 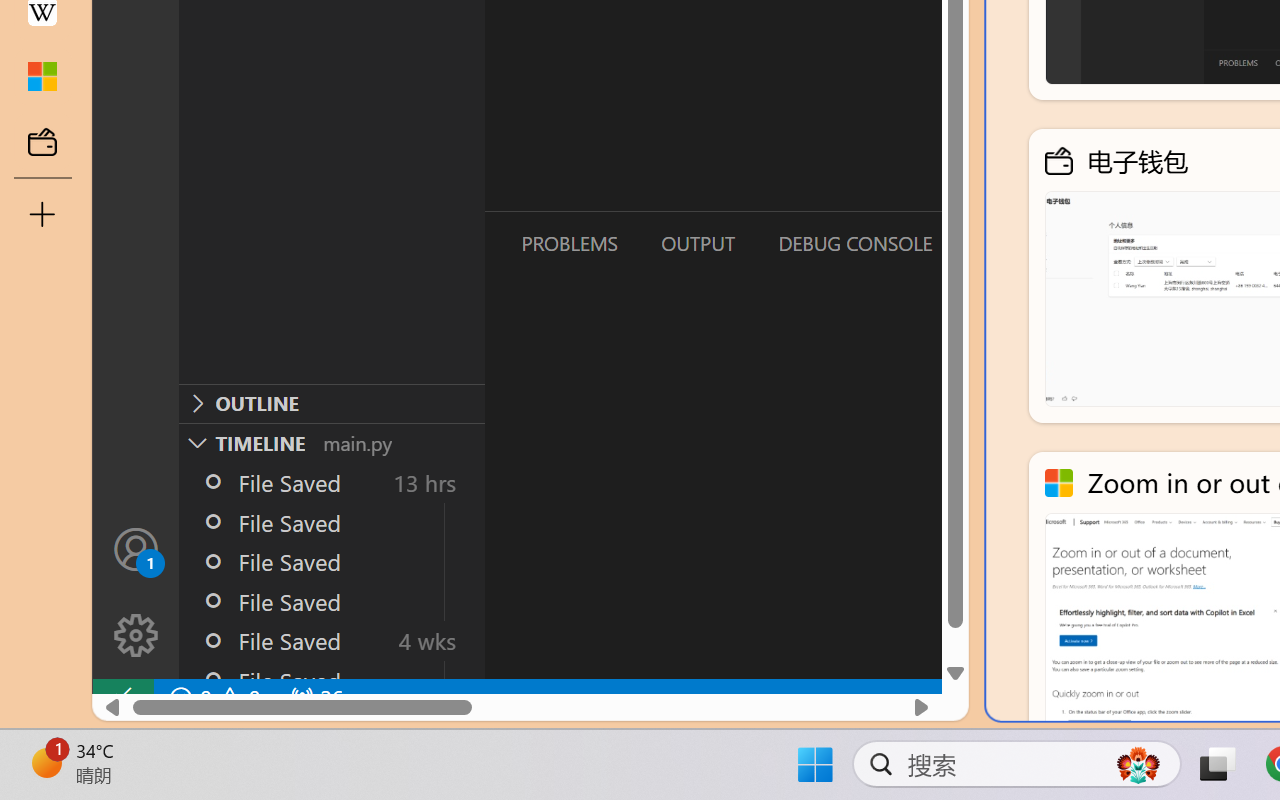 What do you see at coordinates (134, 548) in the screenshot?
I see `'Accounts - Sign in requested'` at bounding box center [134, 548].